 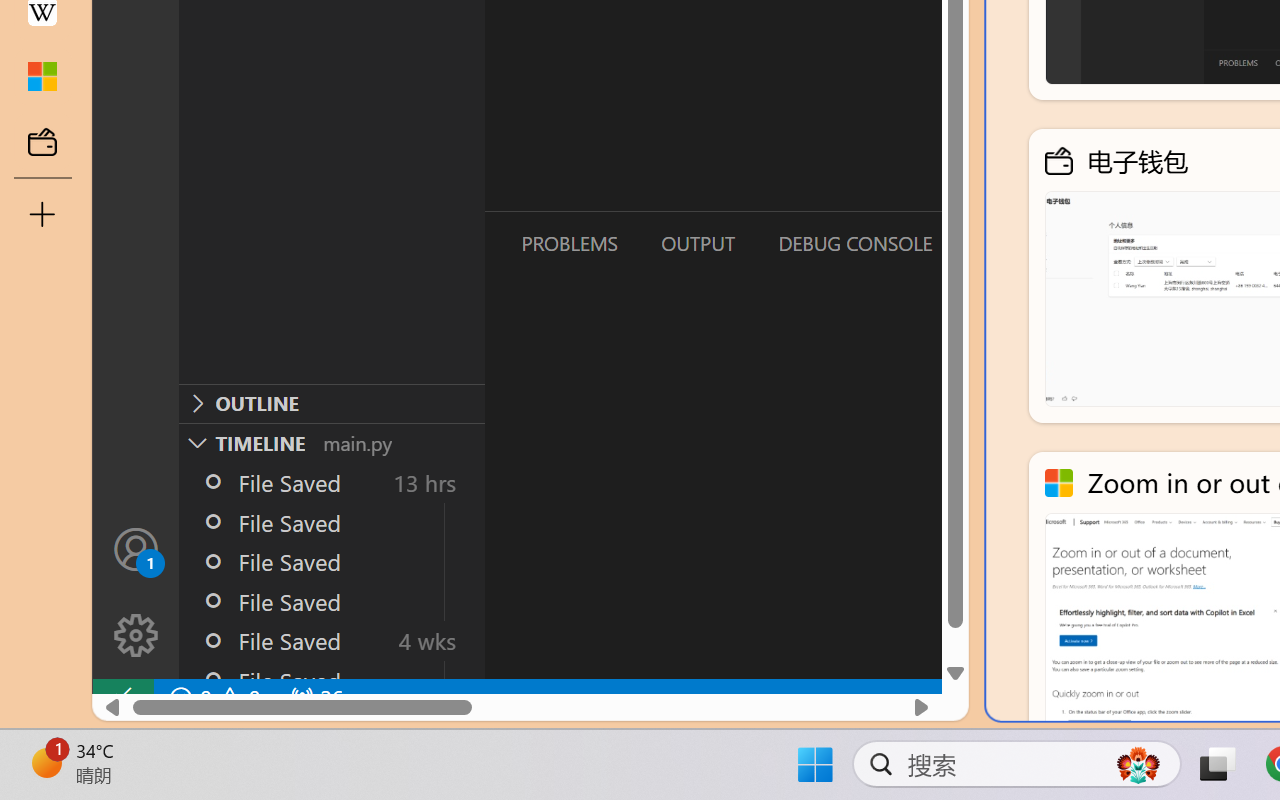 What do you see at coordinates (134, 548) in the screenshot?
I see `'Accounts - Sign in requested'` at bounding box center [134, 548].